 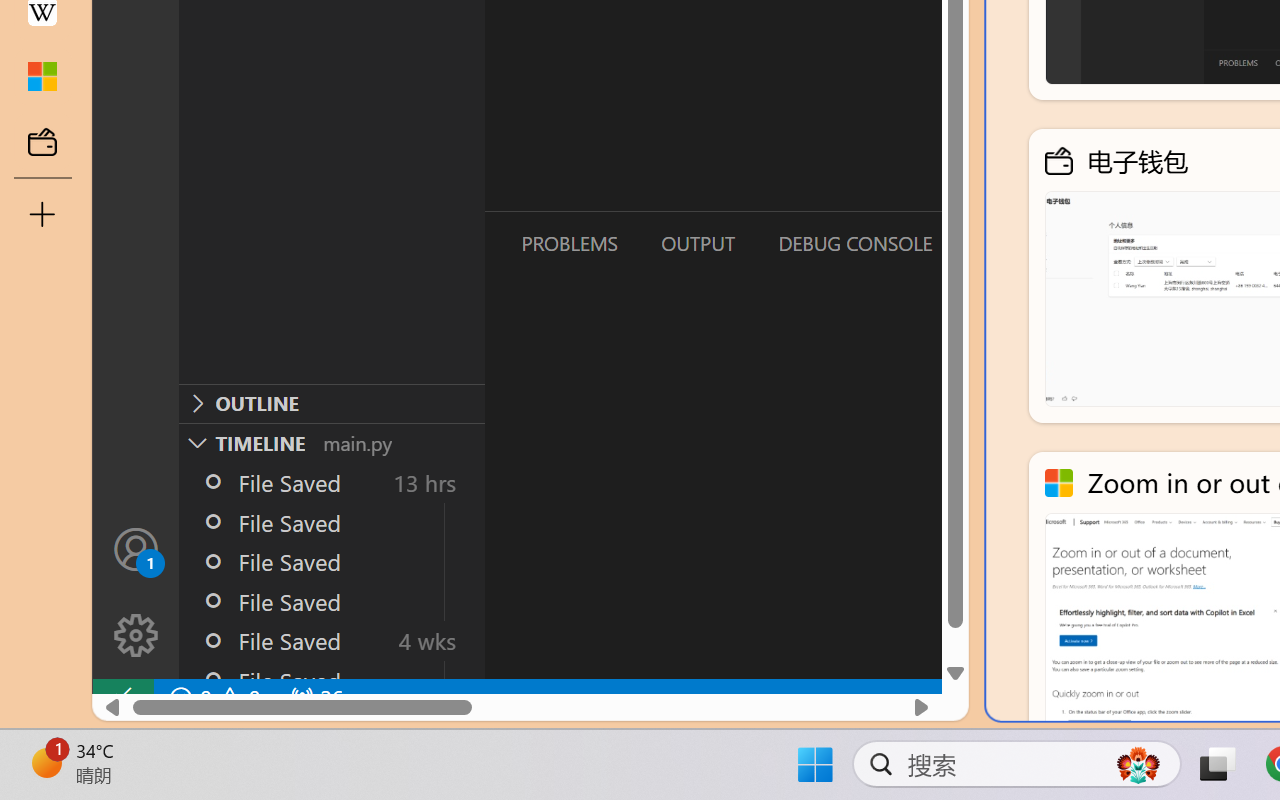 What do you see at coordinates (134, 548) in the screenshot?
I see `'Accounts - Sign in requested'` at bounding box center [134, 548].